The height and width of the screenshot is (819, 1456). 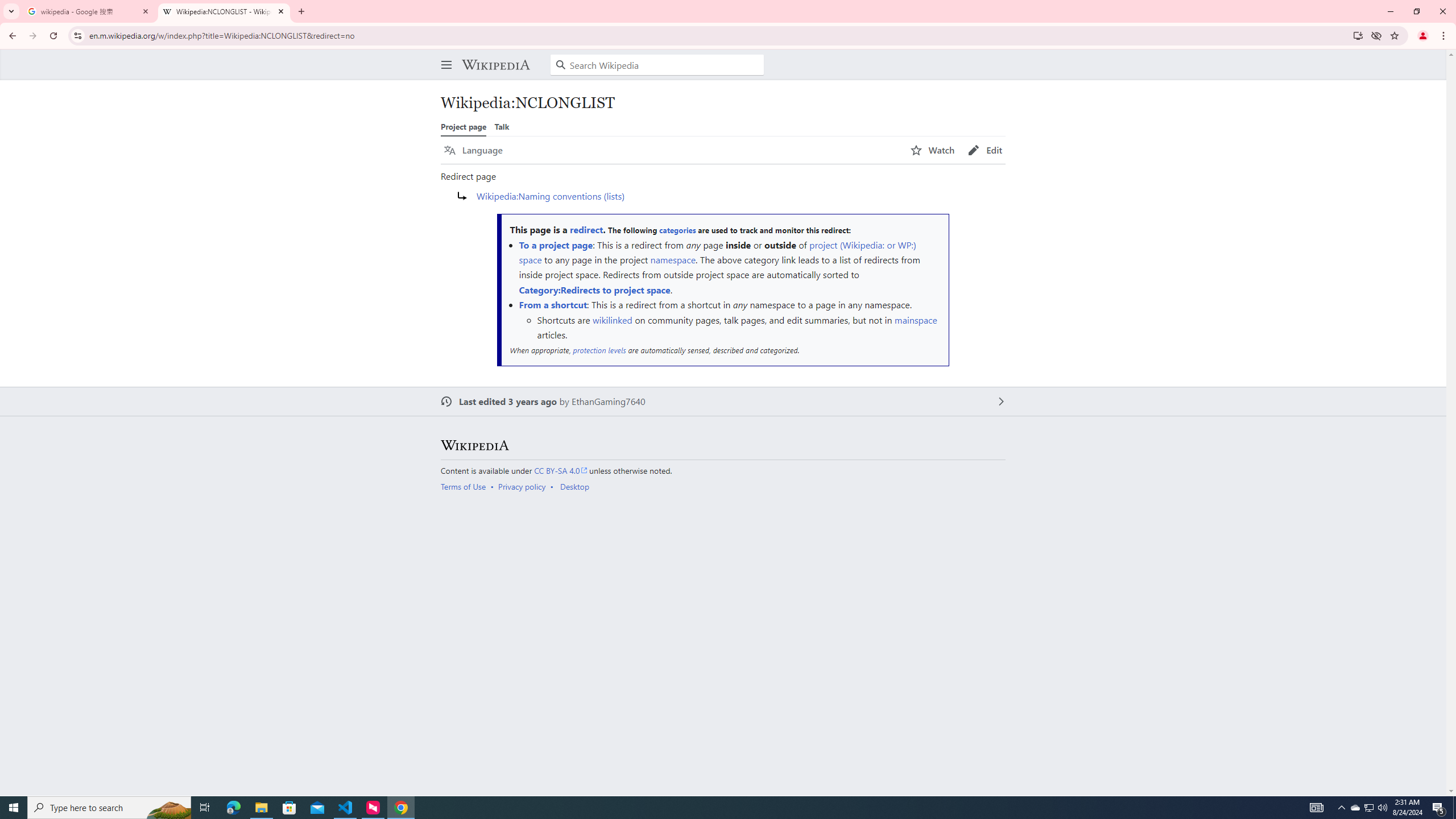 I want to click on 'namespace', so click(x=672, y=259).